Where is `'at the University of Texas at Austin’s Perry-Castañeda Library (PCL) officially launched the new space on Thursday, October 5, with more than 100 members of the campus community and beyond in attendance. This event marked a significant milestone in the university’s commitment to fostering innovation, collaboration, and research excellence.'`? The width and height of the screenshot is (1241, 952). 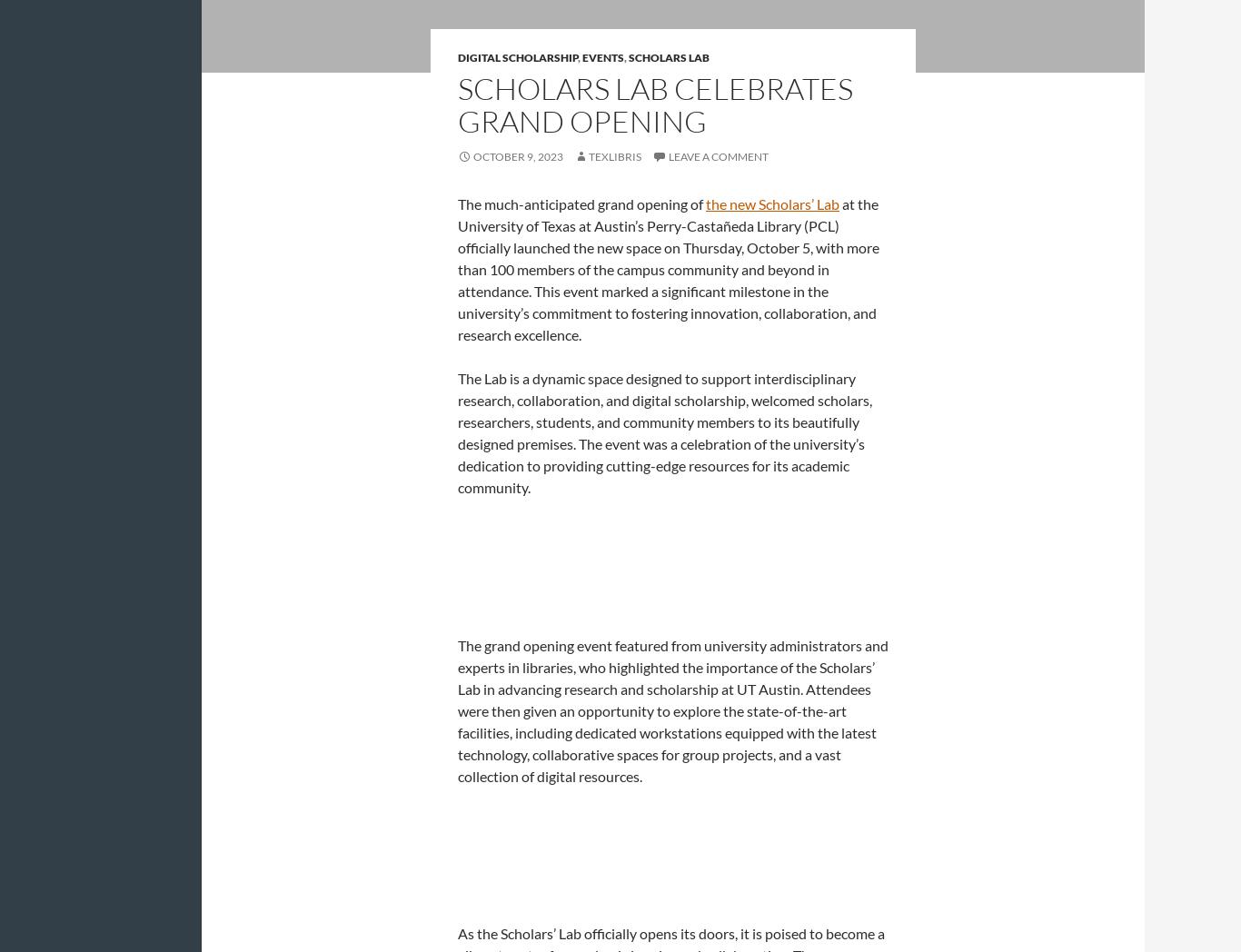
'at the University of Texas at Austin’s Perry-Castañeda Library (PCL) officially launched the new space on Thursday, October 5, with more than 100 members of the campus community and beyond in attendance. This event marked a significant milestone in the university’s commitment to fostering innovation, collaboration, and research excellence.' is located at coordinates (669, 267).